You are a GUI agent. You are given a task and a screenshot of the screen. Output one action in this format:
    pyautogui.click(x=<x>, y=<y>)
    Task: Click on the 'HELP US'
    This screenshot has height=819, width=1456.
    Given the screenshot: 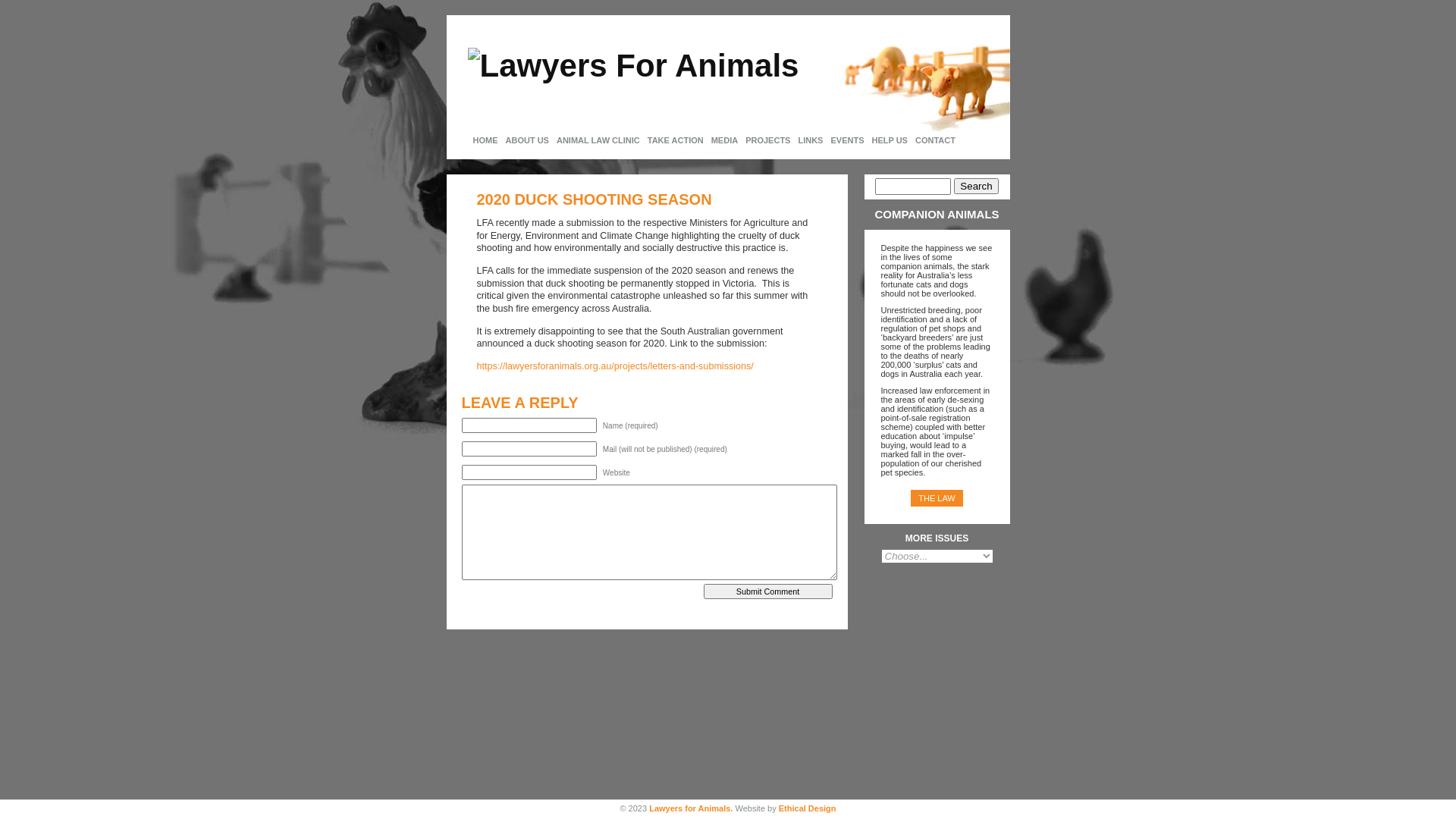 What is the action you would take?
    pyautogui.click(x=889, y=140)
    